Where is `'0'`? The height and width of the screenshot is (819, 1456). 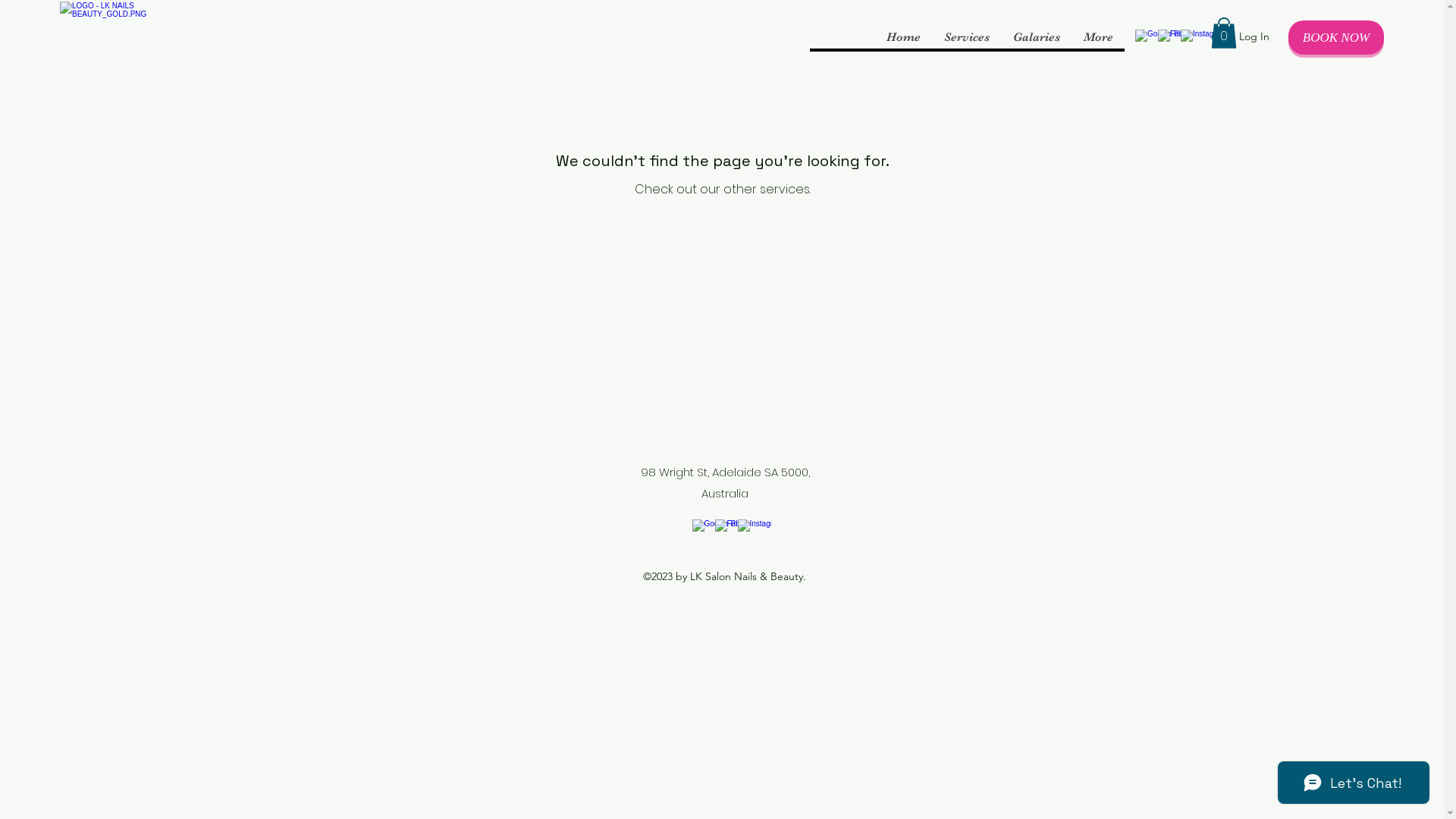
'0' is located at coordinates (1210, 33).